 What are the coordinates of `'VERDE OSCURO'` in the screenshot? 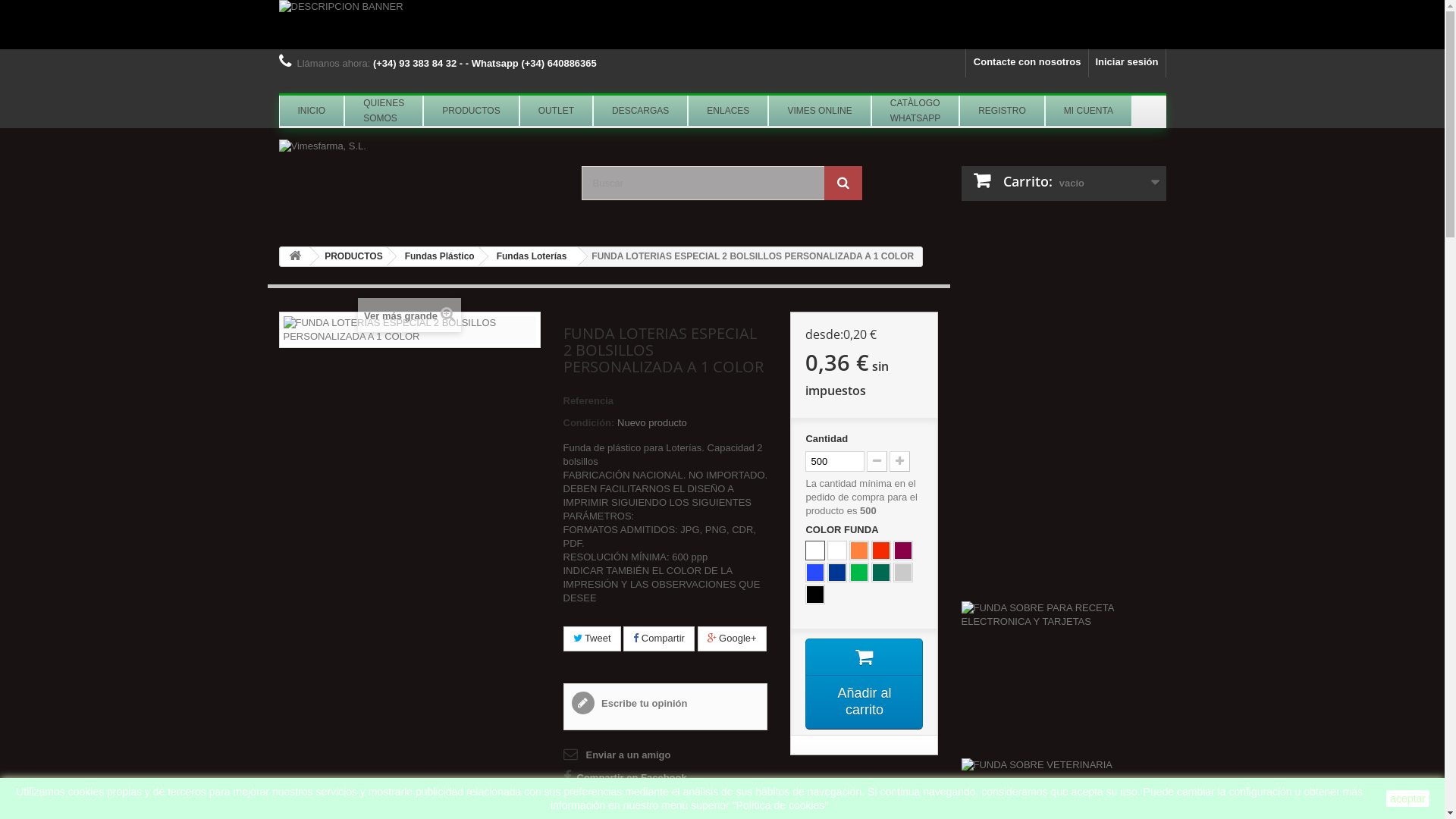 It's located at (873, 573).